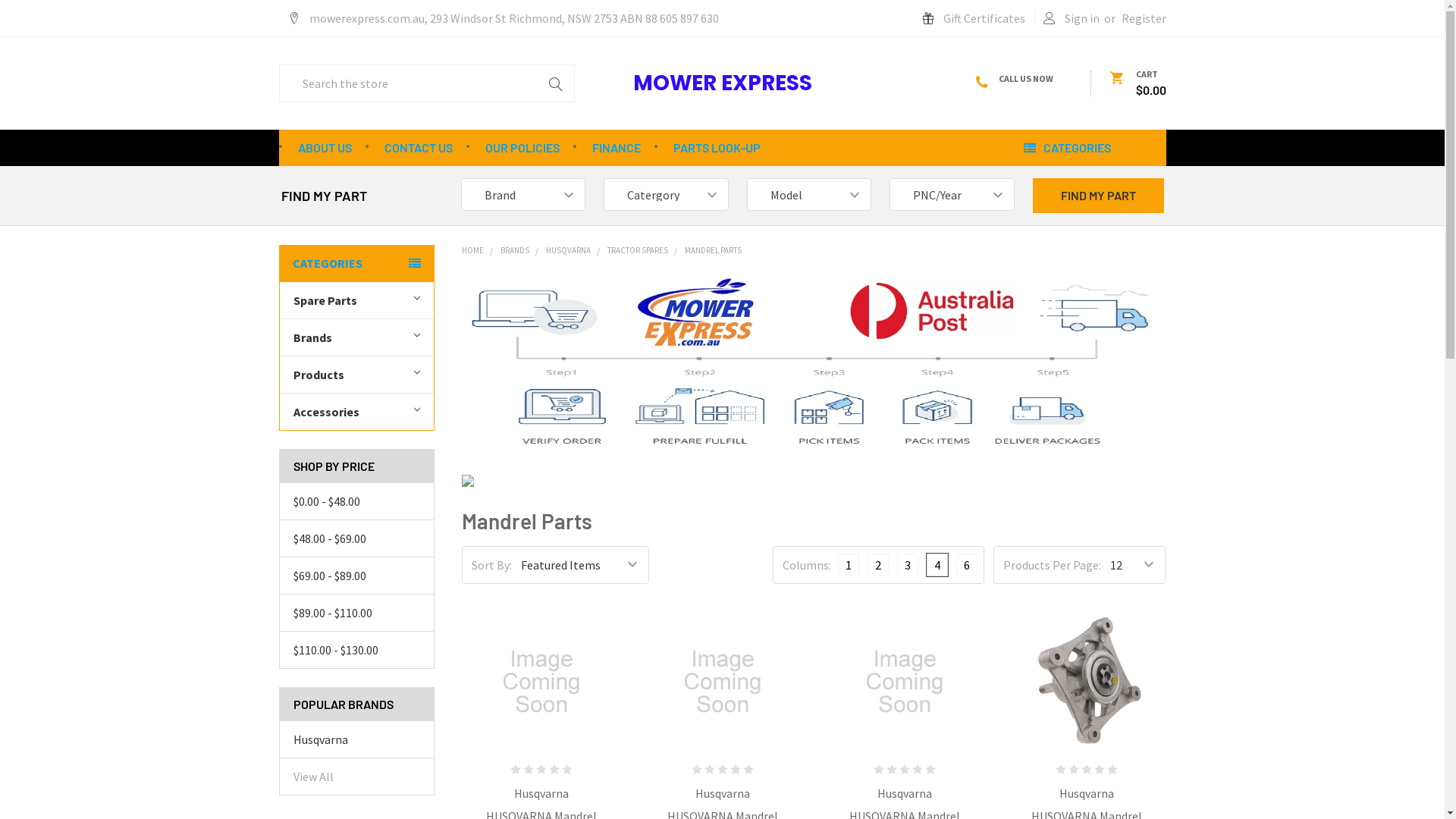 This screenshot has height=819, width=1456. I want to click on 'CALL US NOW', so click(1022, 79).